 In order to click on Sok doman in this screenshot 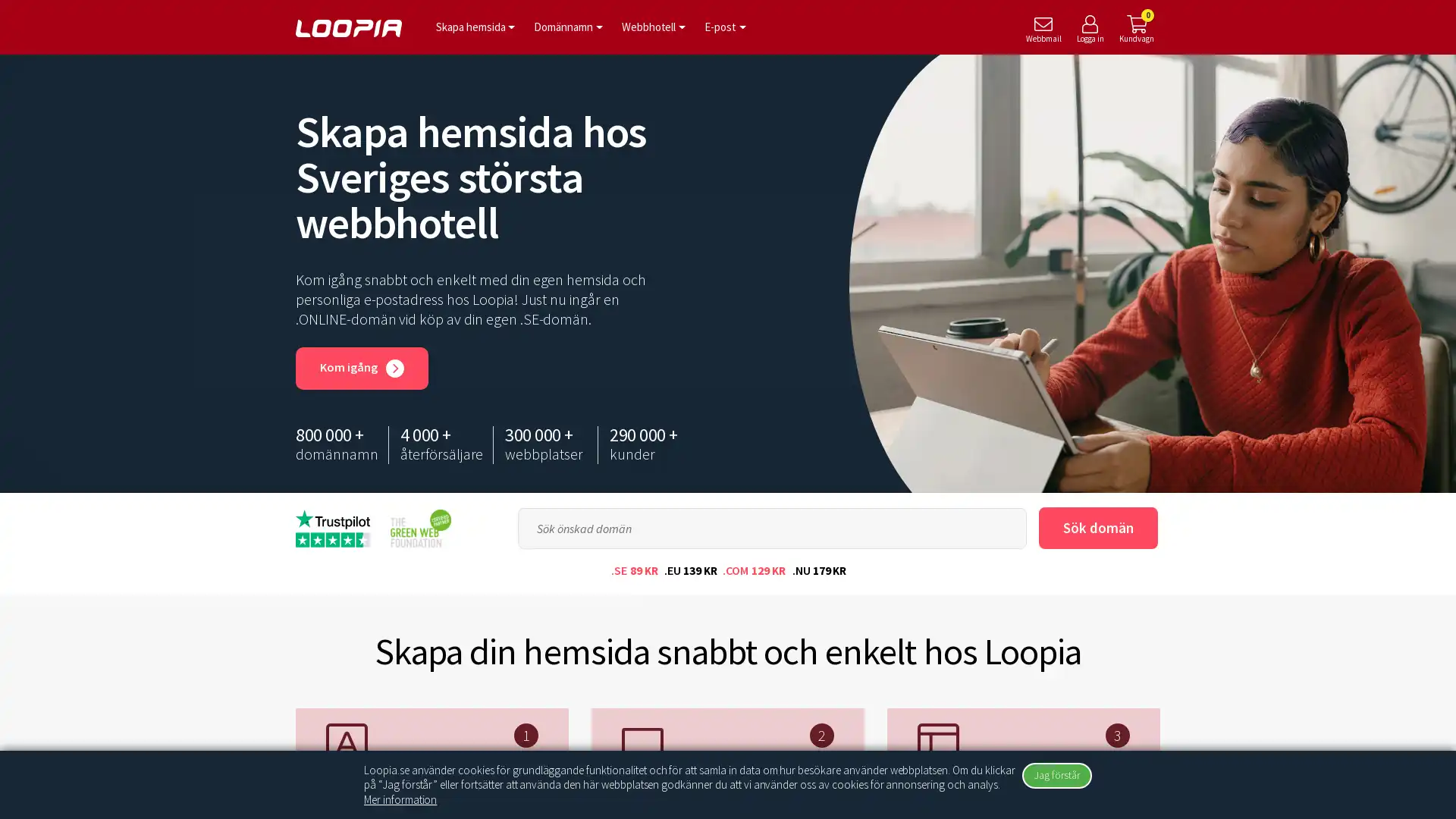, I will do `click(1098, 527)`.